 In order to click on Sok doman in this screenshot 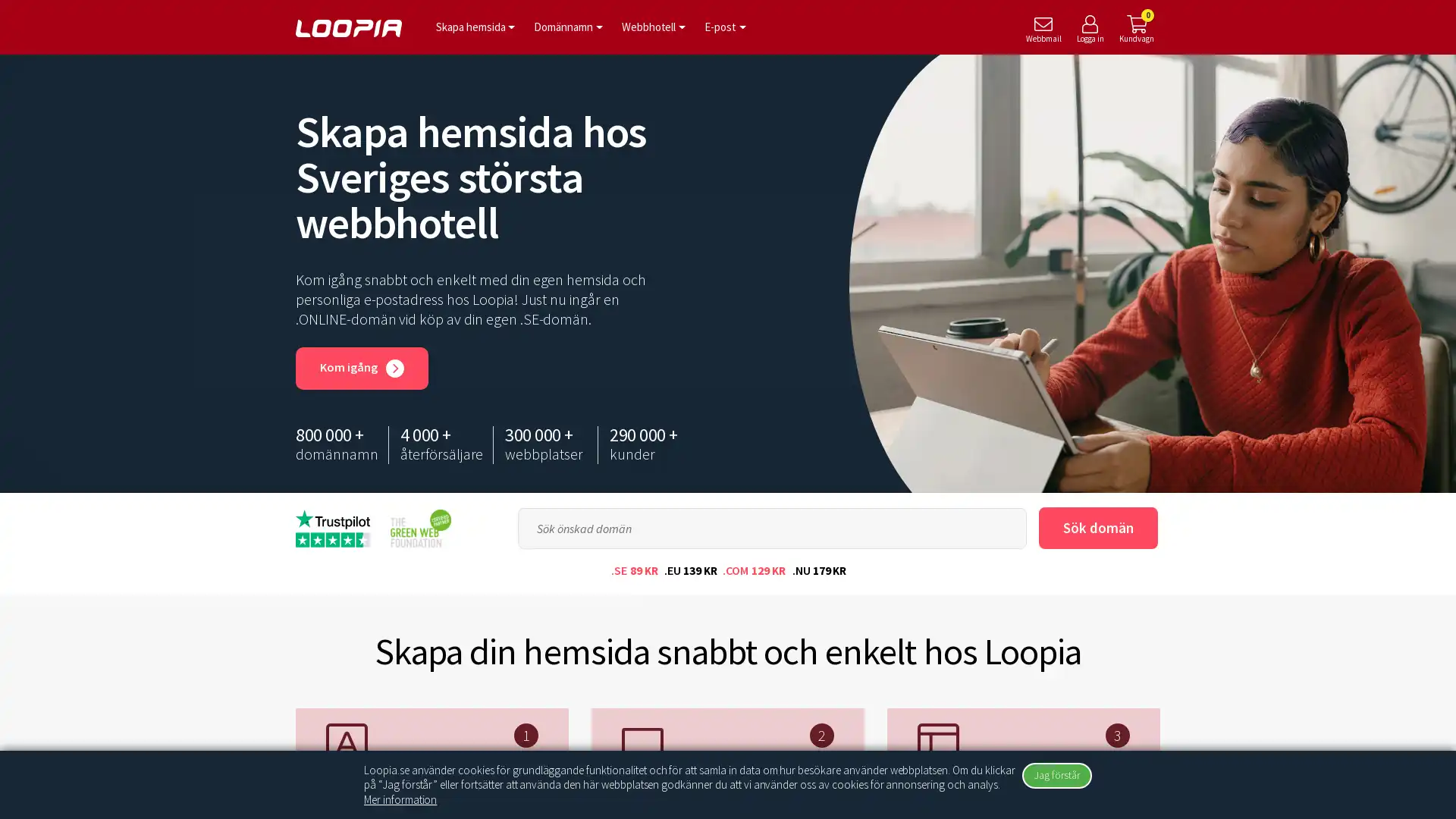, I will do `click(1098, 527)`.